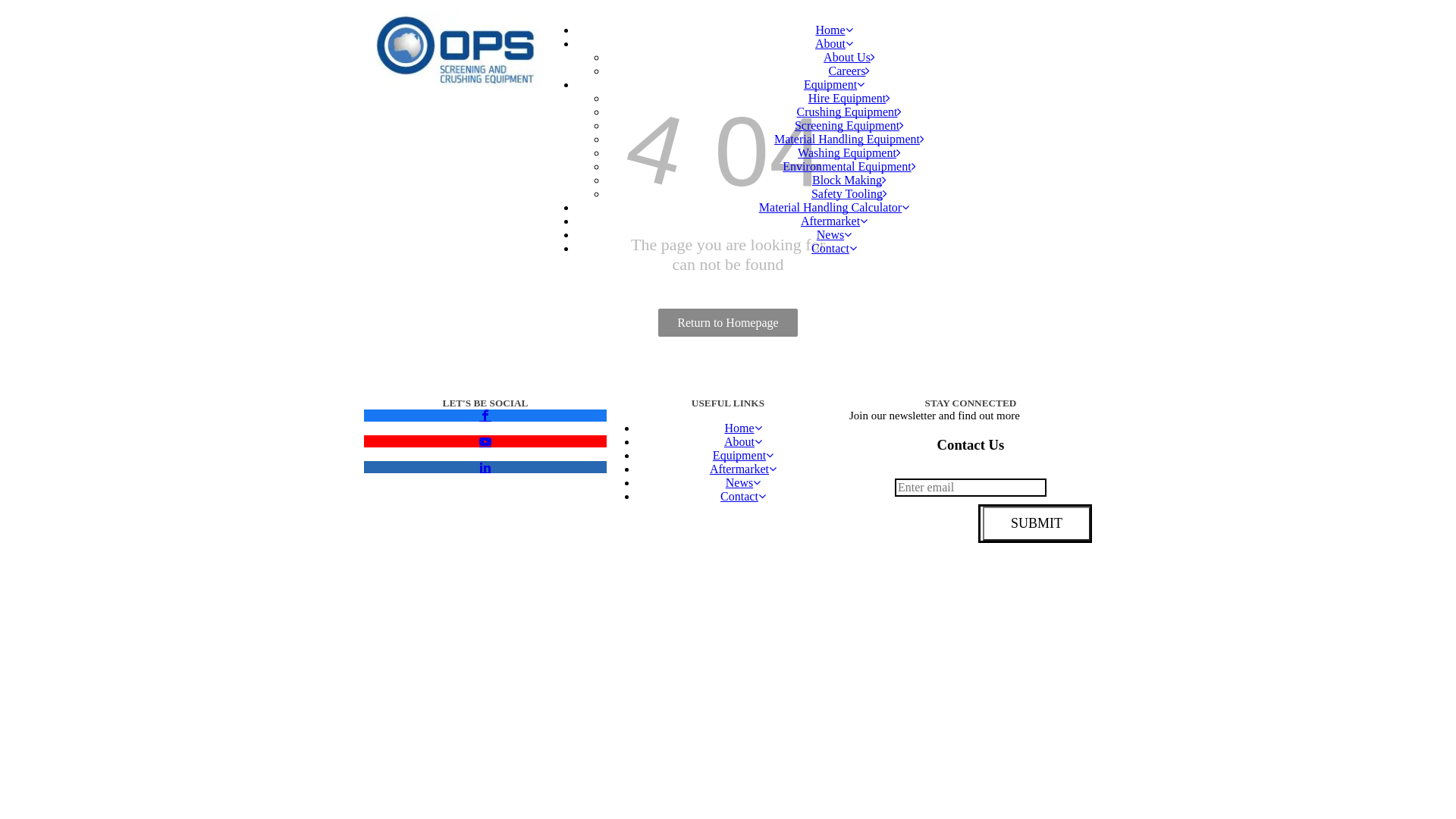  I want to click on 'Environmental Equipment', so click(848, 166).